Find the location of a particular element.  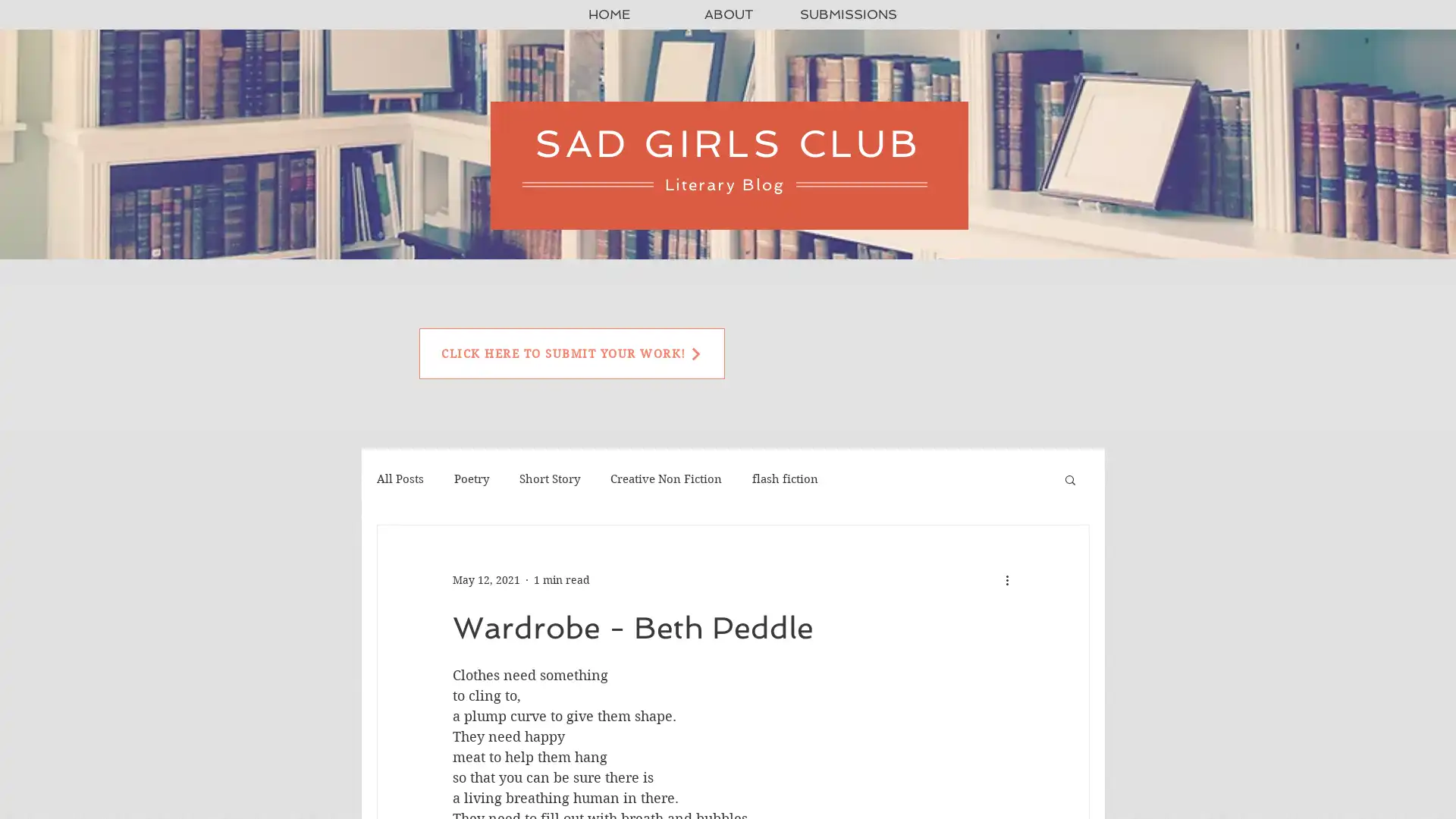

Short Story is located at coordinates (548, 479).